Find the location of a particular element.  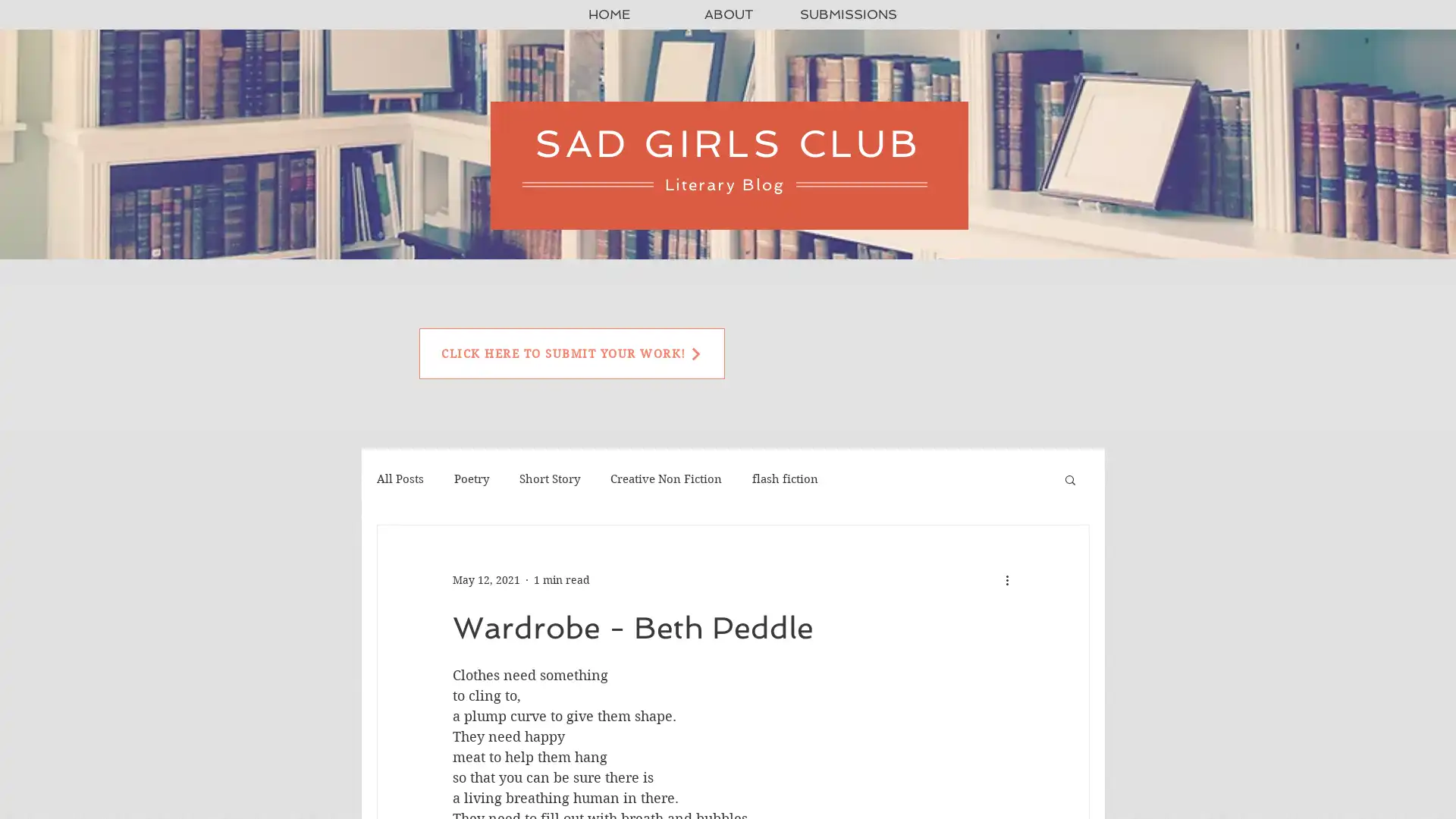

Short Story is located at coordinates (548, 479).